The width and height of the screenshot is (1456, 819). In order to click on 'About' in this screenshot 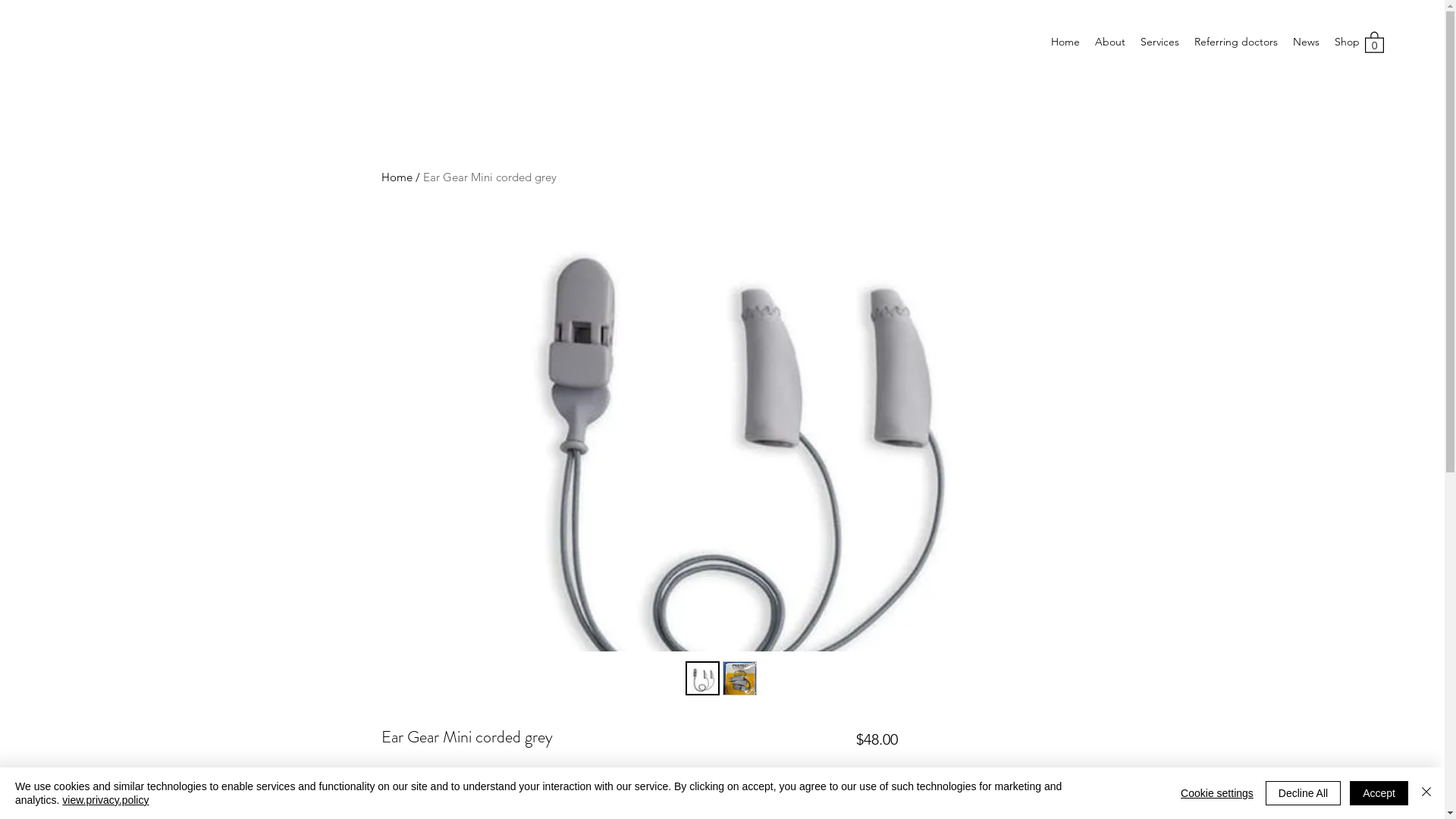, I will do `click(1110, 40)`.